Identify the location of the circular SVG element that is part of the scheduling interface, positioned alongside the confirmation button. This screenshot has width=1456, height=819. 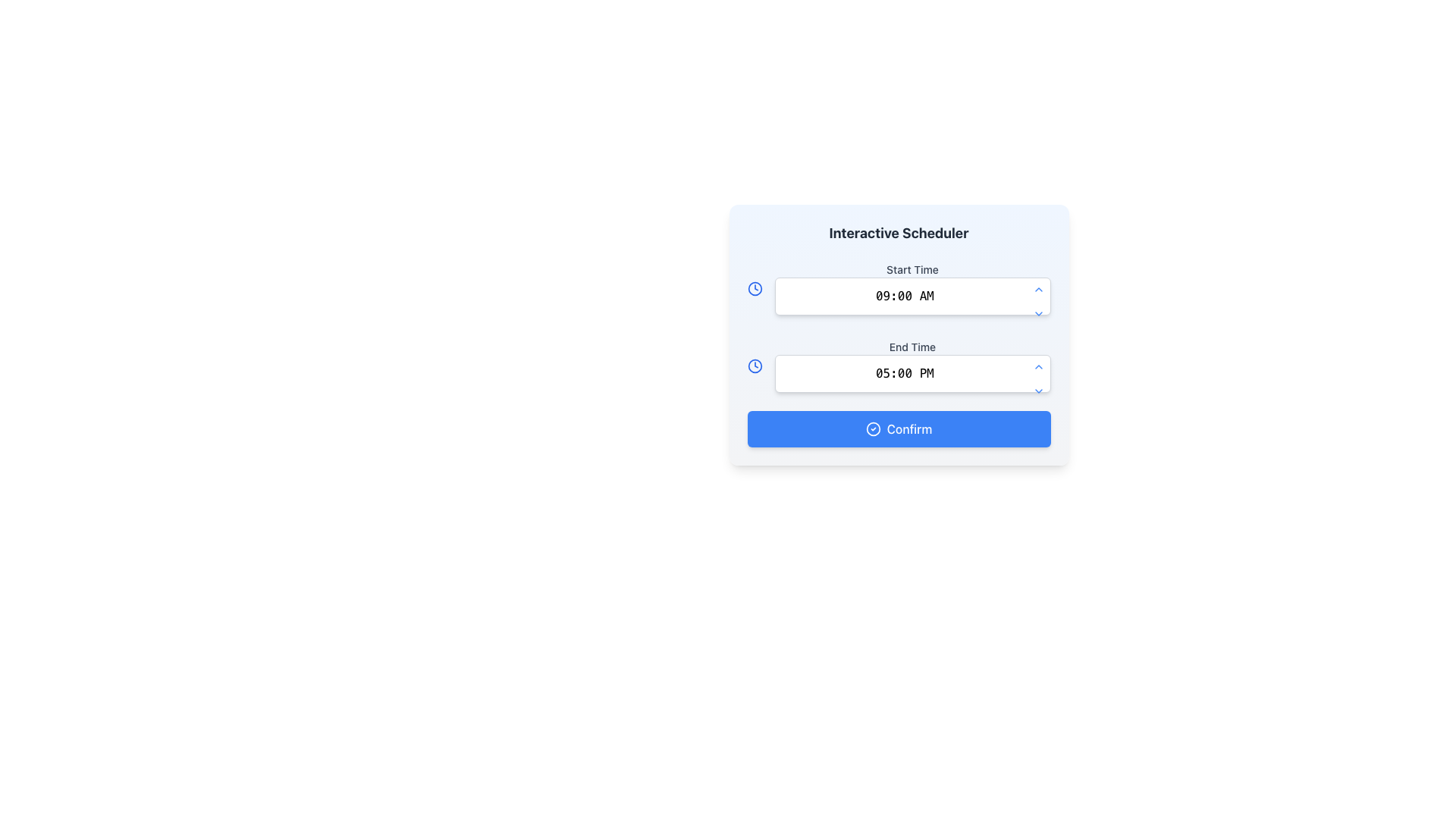
(873, 429).